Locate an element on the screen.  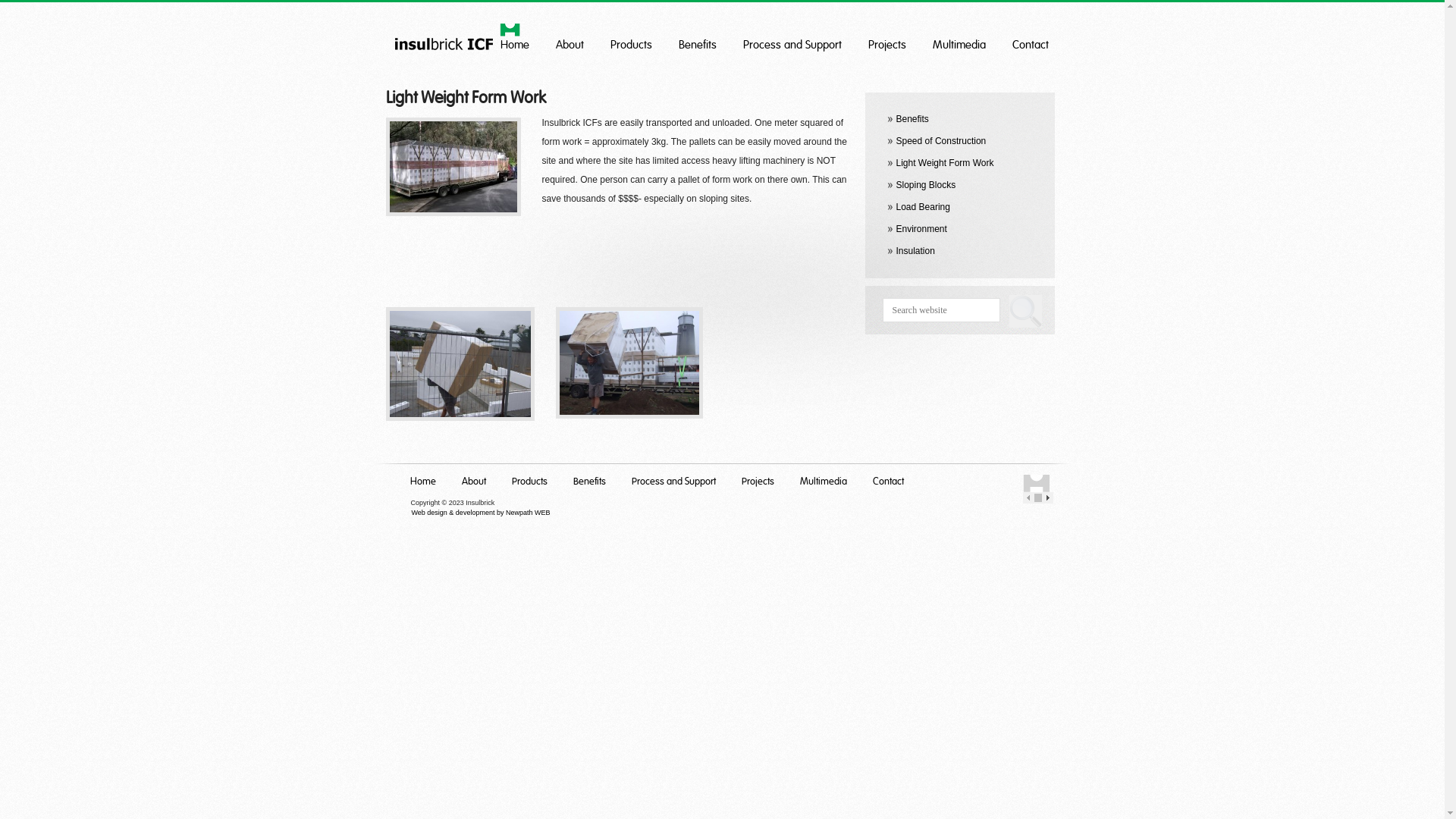
'Insulation' is located at coordinates (915, 250).